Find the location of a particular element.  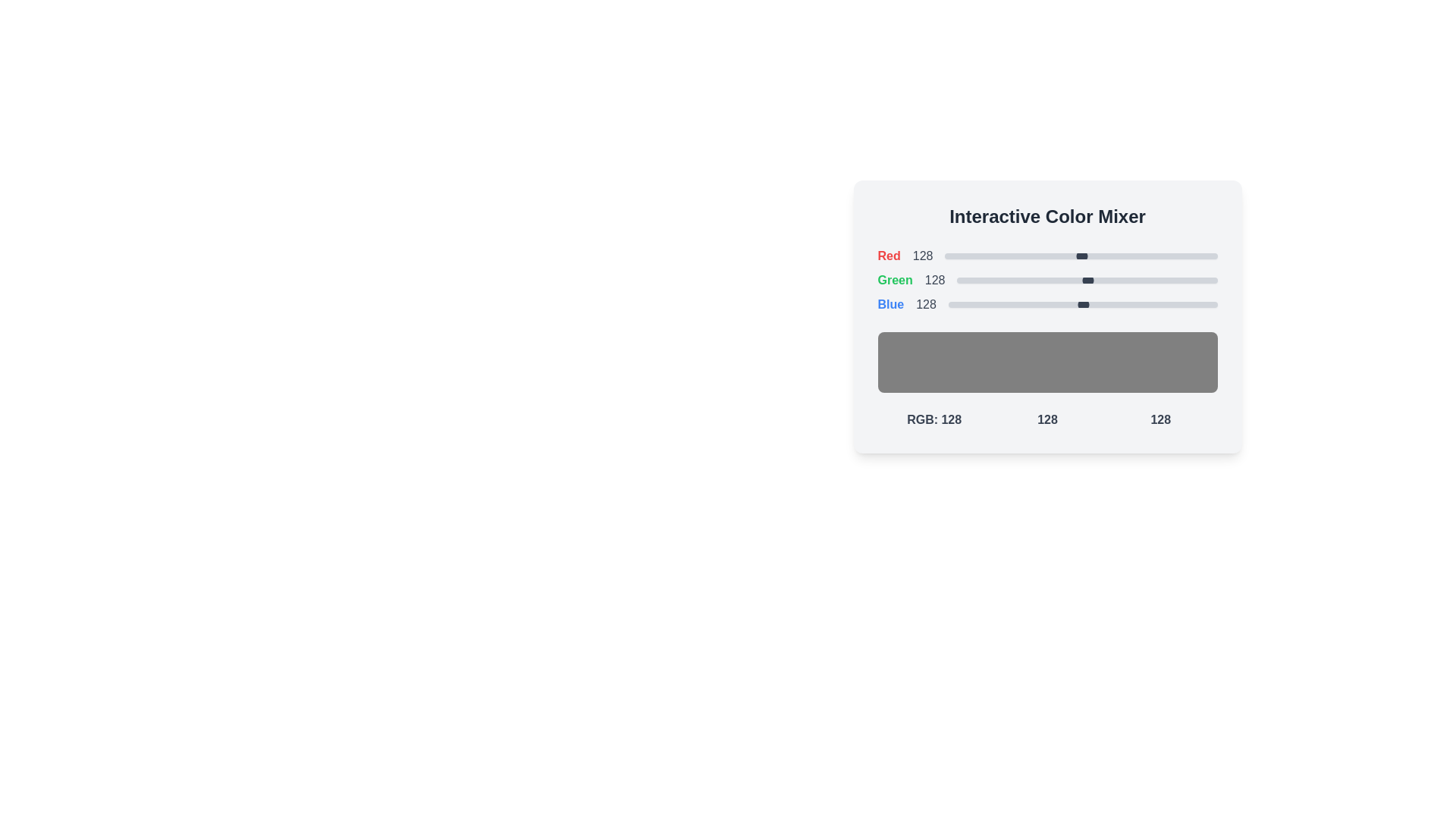

the 'Green' label, which displays the text in a bold green font, located in the 'Interactive Color Mixer' panel, positioned above the green intensity slider and to the left of the numeric value '128' is located at coordinates (895, 281).